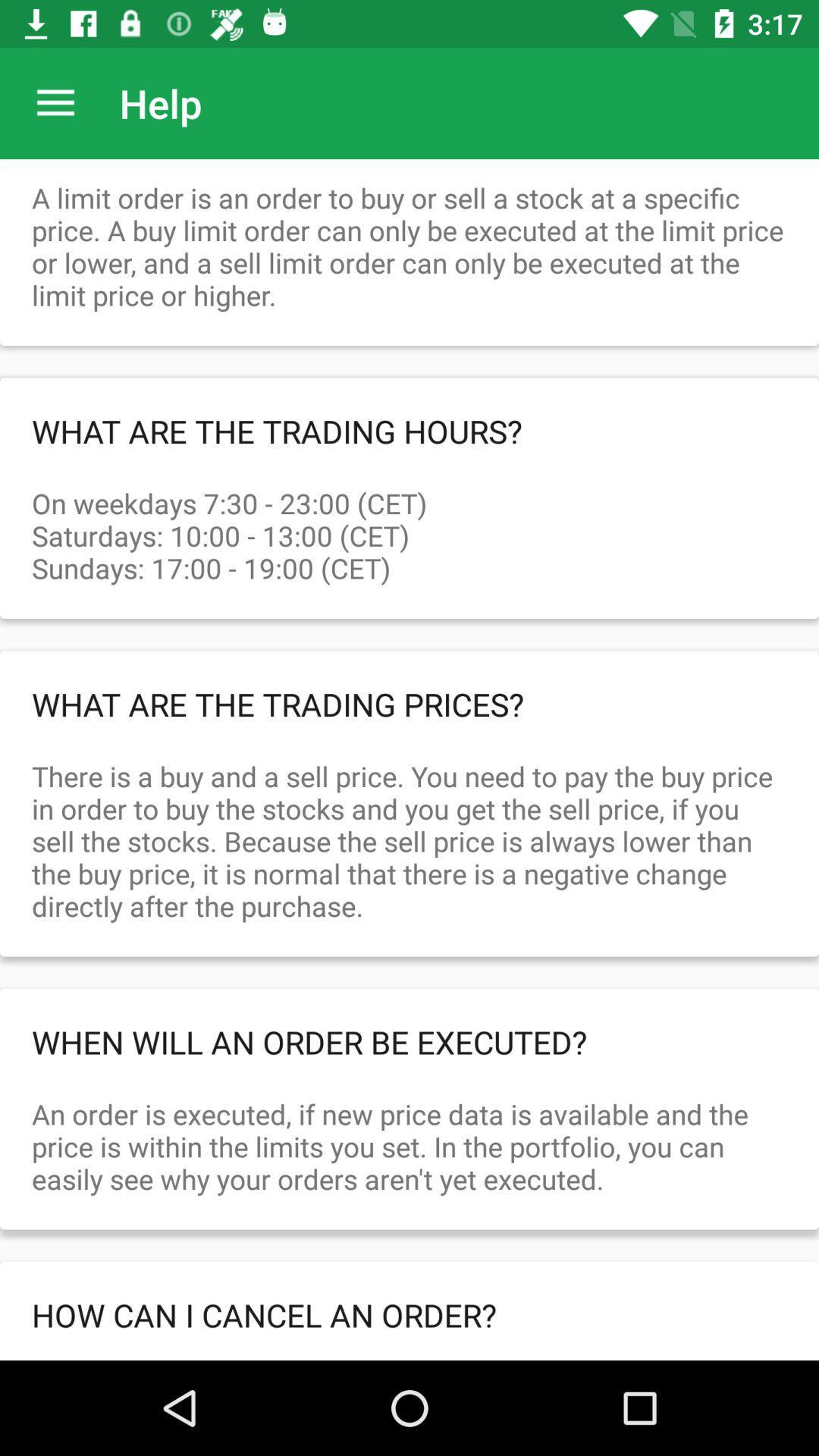 This screenshot has height=1456, width=819. What do you see at coordinates (409, 519) in the screenshot?
I see `the item below what are the icon` at bounding box center [409, 519].